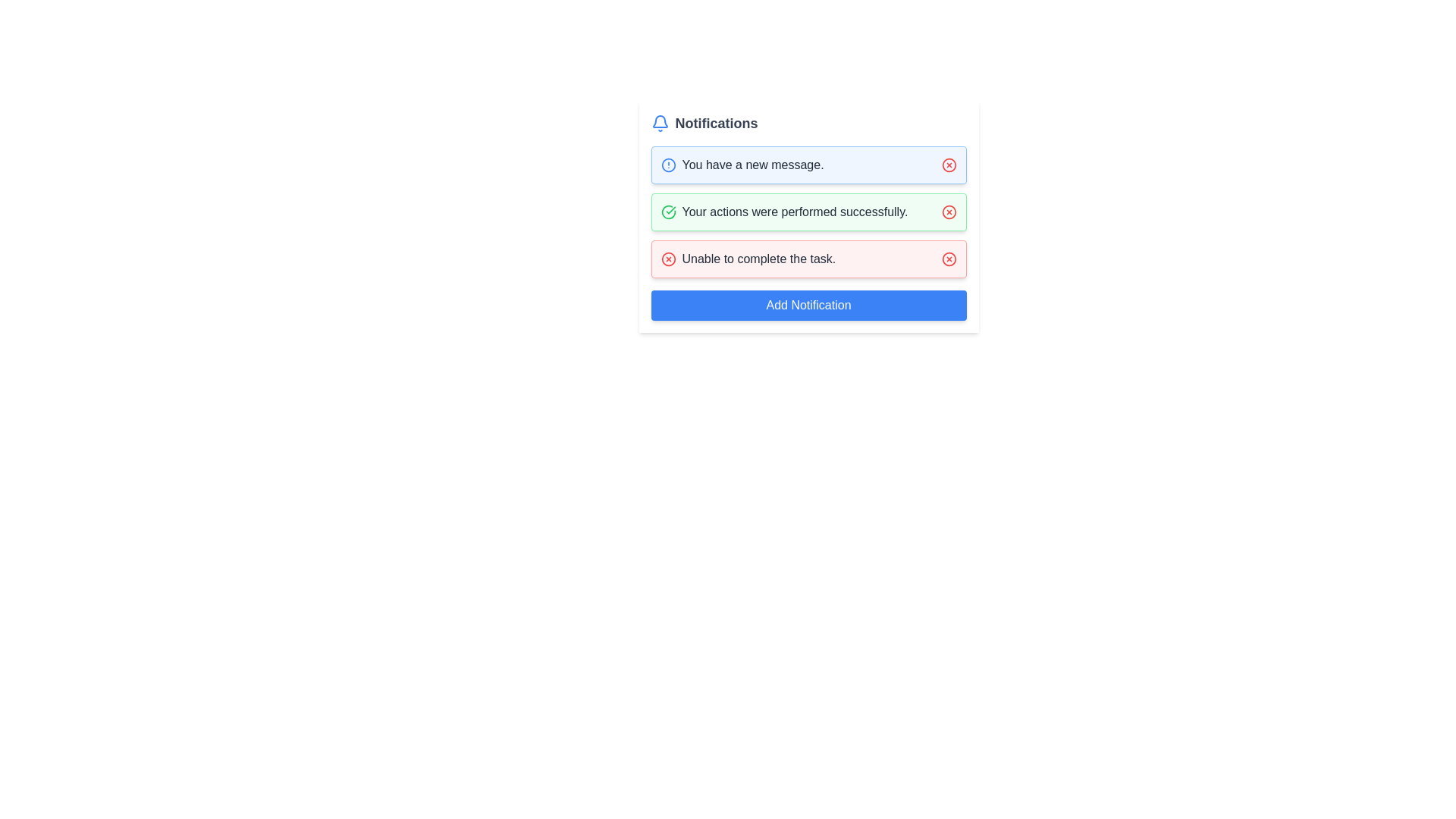 This screenshot has width=1456, height=819. What do you see at coordinates (948, 165) in the screenshot?
I see `the circular red close button with a white 'X' inside` at bounding box center [948, 165].